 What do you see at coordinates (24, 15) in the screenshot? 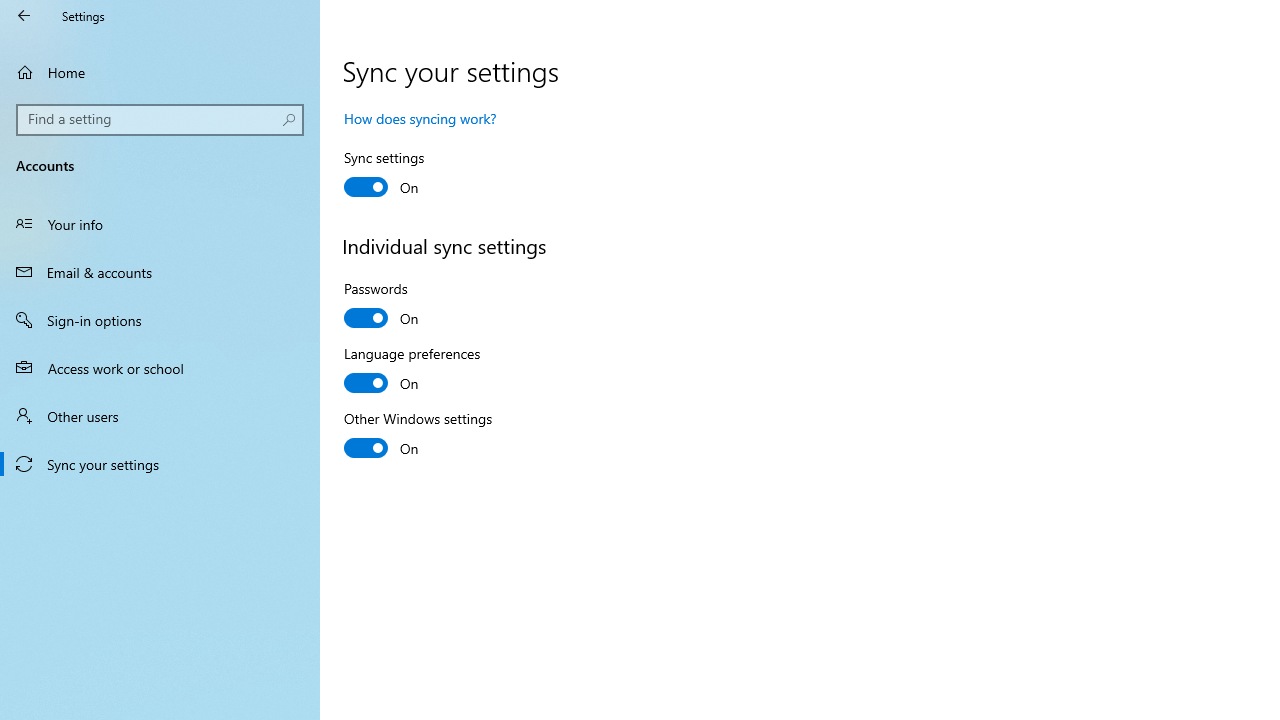
I see `'Back'` at bounding box center [24, 15].